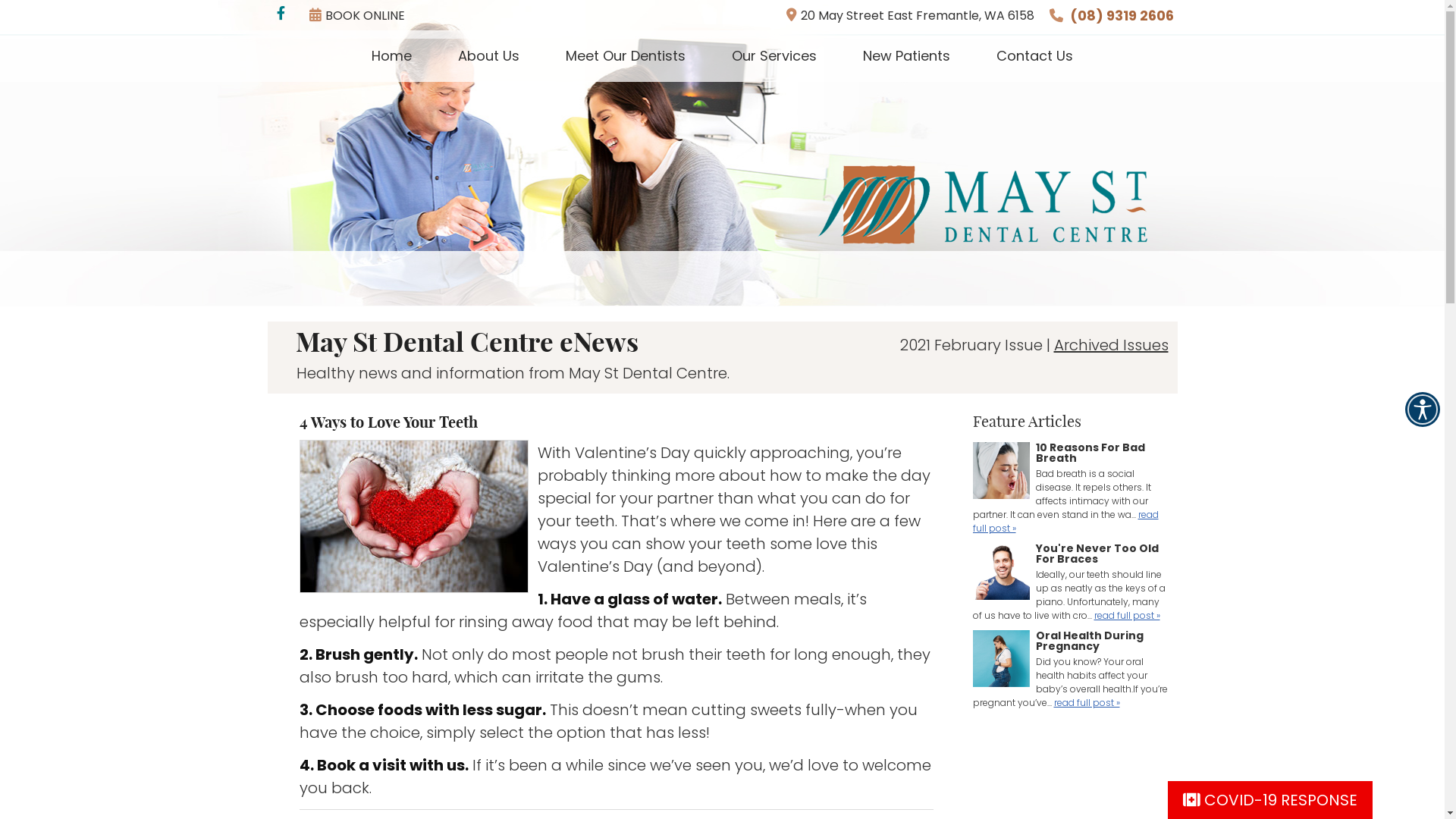  I want to click on '(08) 9319 2606', so click(1121, 15).